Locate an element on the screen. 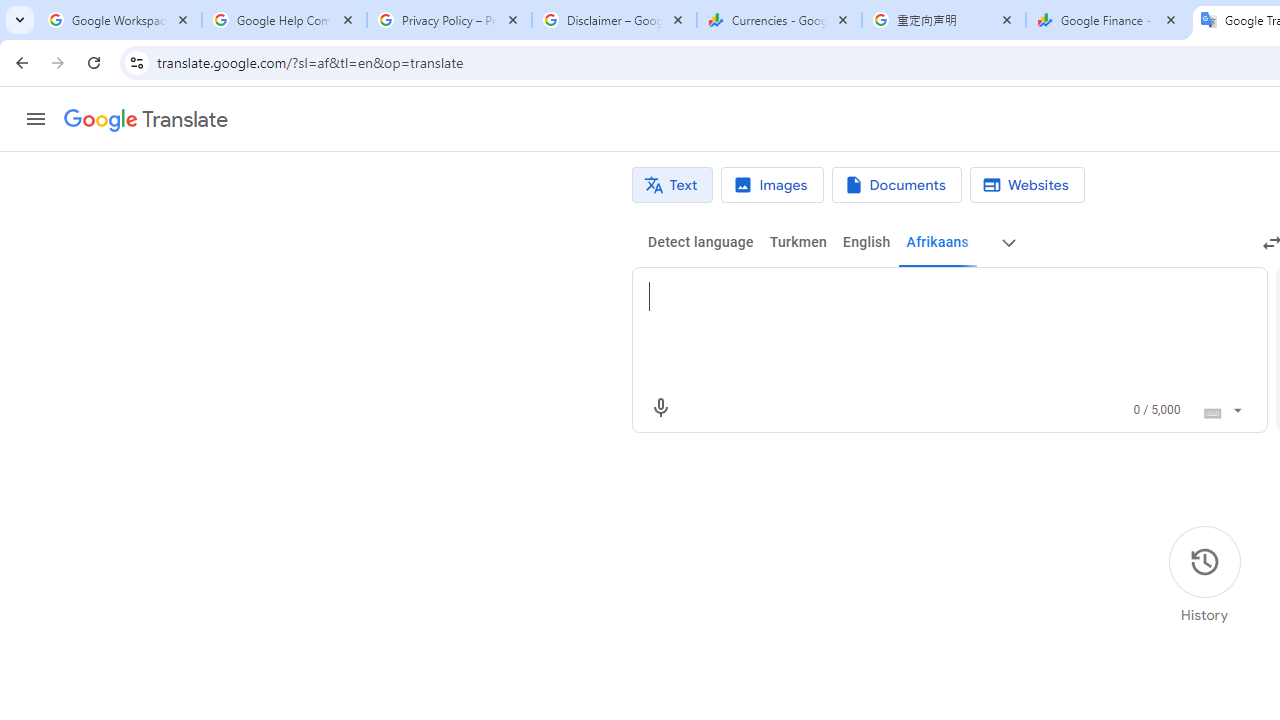 Image resolution: width=1280 pixels, height=720 pixels. 'Translate by voice' is located at coordinates (660, 406).